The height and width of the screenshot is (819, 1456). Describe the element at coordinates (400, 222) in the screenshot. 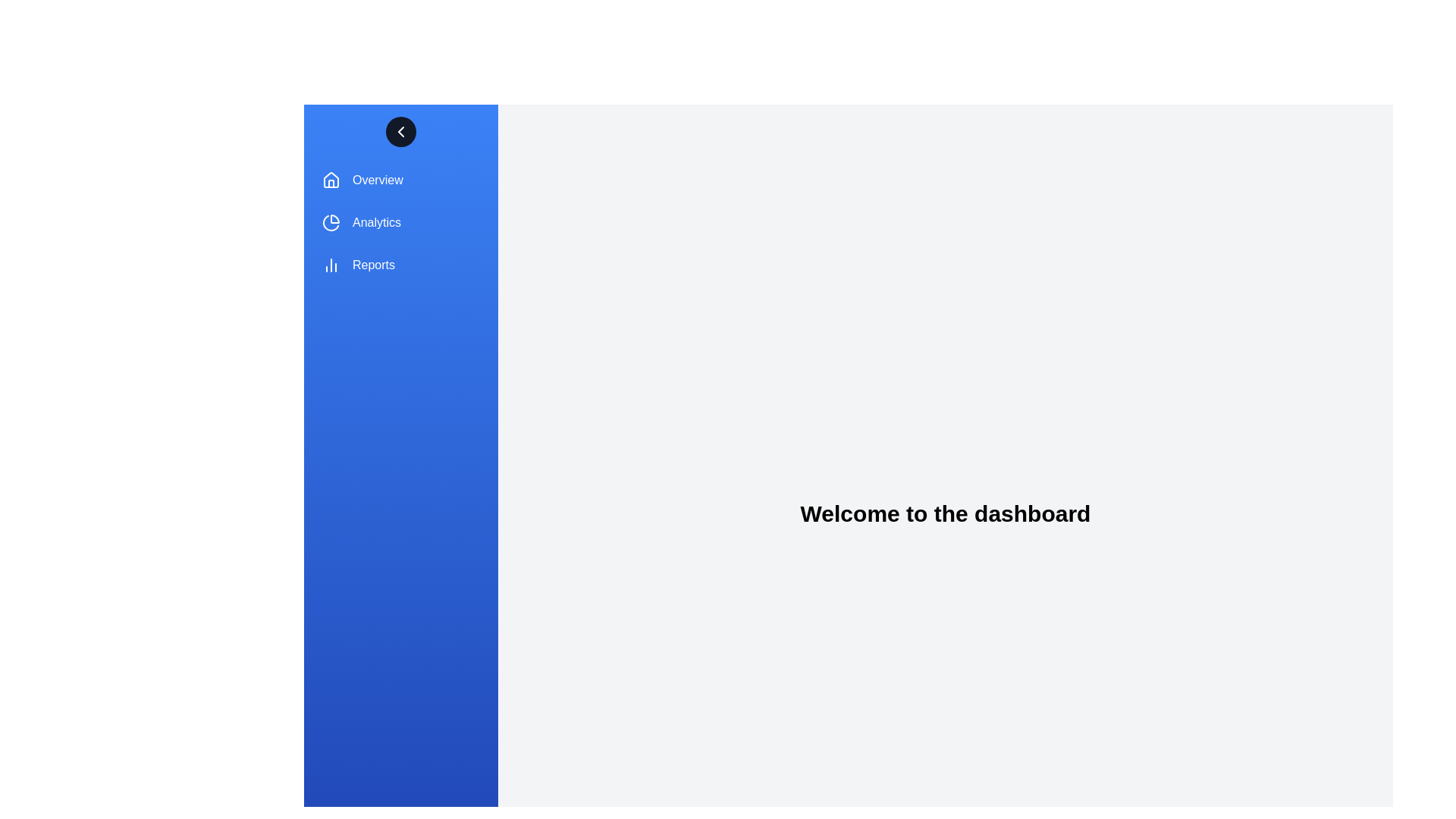

I see `the menu item labeled Analytics` at that location.